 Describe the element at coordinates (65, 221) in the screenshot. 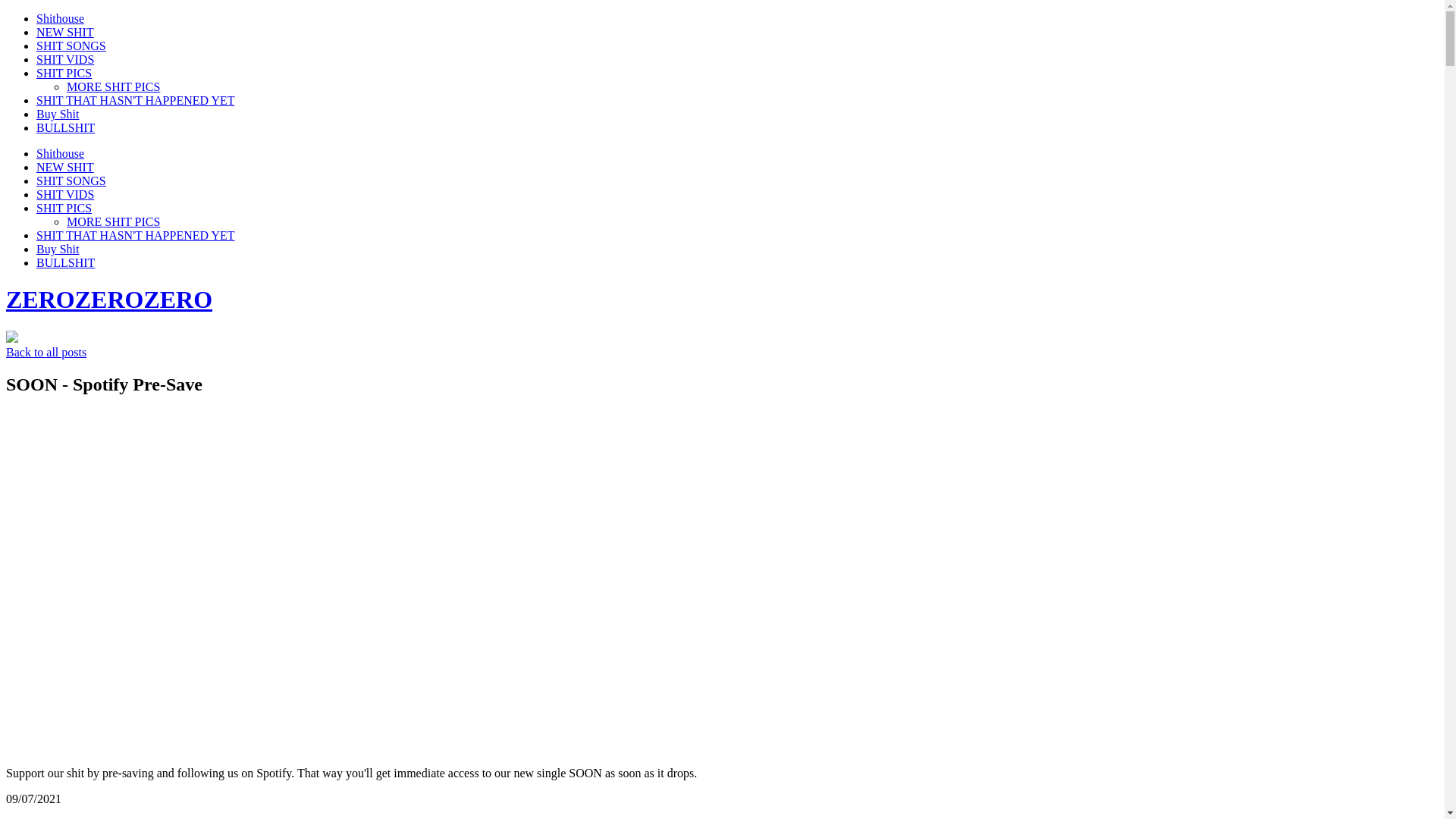

I see `'MORE SHIT PICS'` at that location.